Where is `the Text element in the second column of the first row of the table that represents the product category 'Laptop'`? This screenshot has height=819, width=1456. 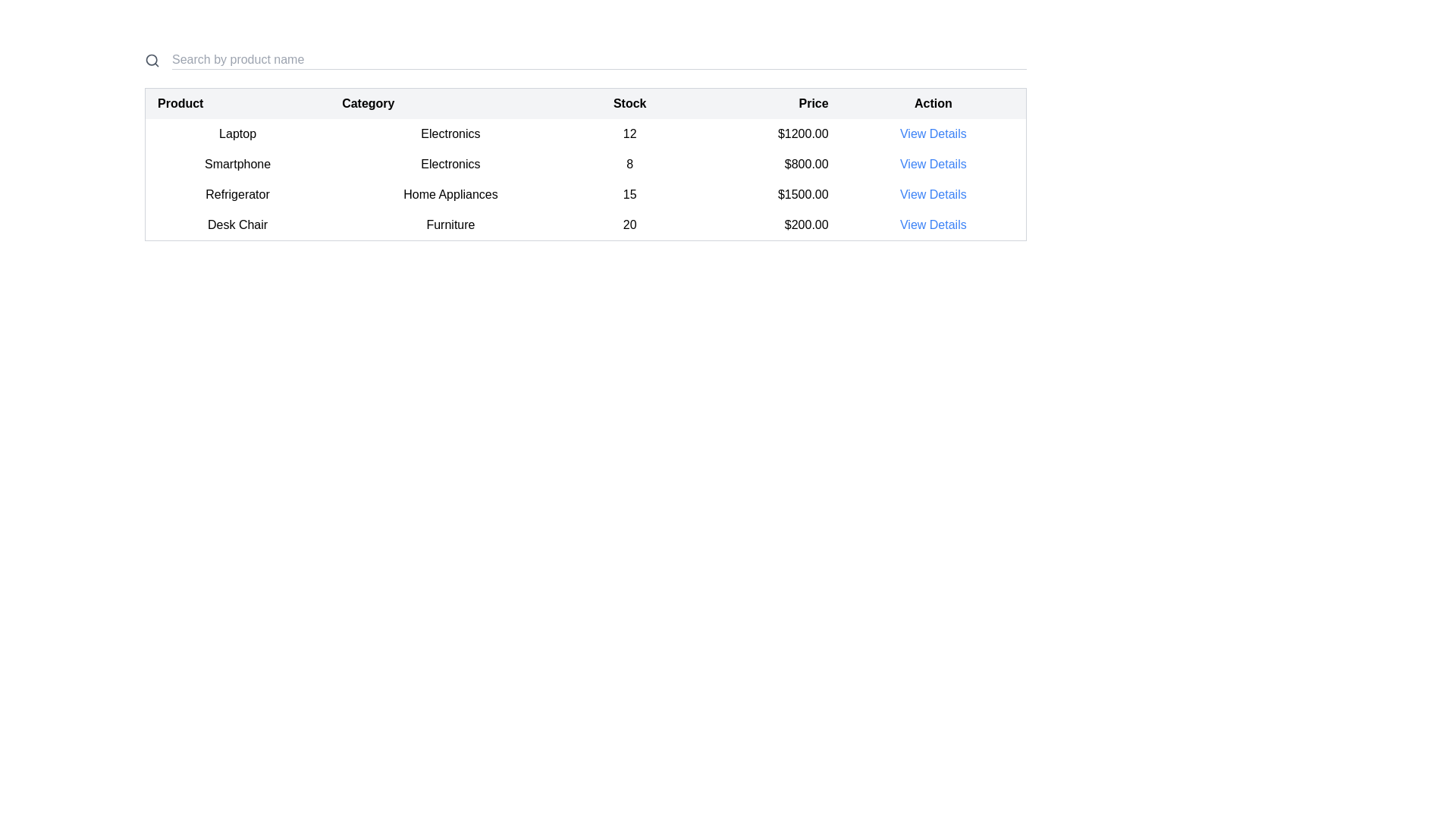 the Text element in the second column of the first row of the table that represents the product category 'Laptop' is located at coordinates (450, 133).